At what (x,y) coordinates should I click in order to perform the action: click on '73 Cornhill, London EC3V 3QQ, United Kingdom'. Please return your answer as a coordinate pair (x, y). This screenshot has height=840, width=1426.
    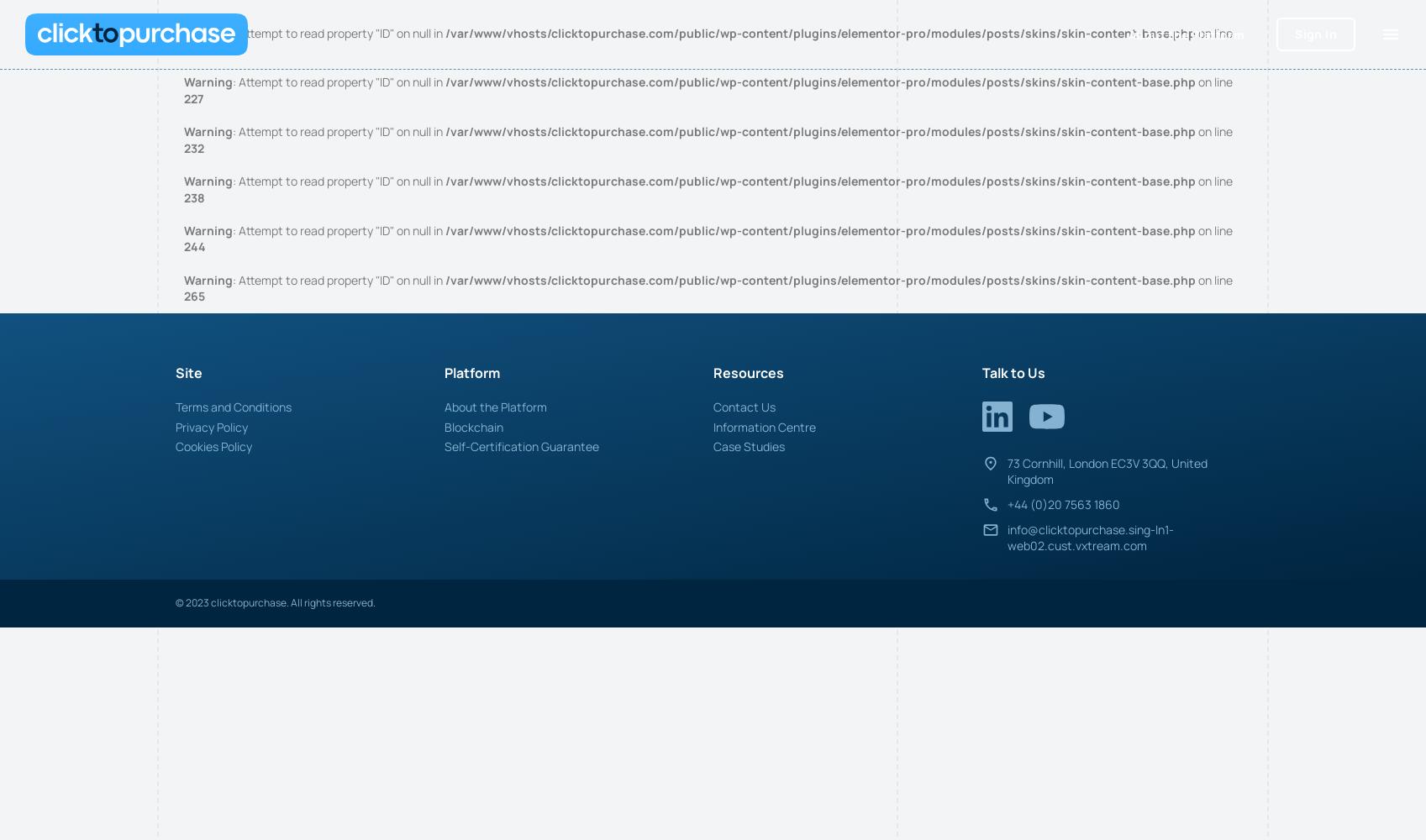
    Looking at the image, I should click on (1006, 470).